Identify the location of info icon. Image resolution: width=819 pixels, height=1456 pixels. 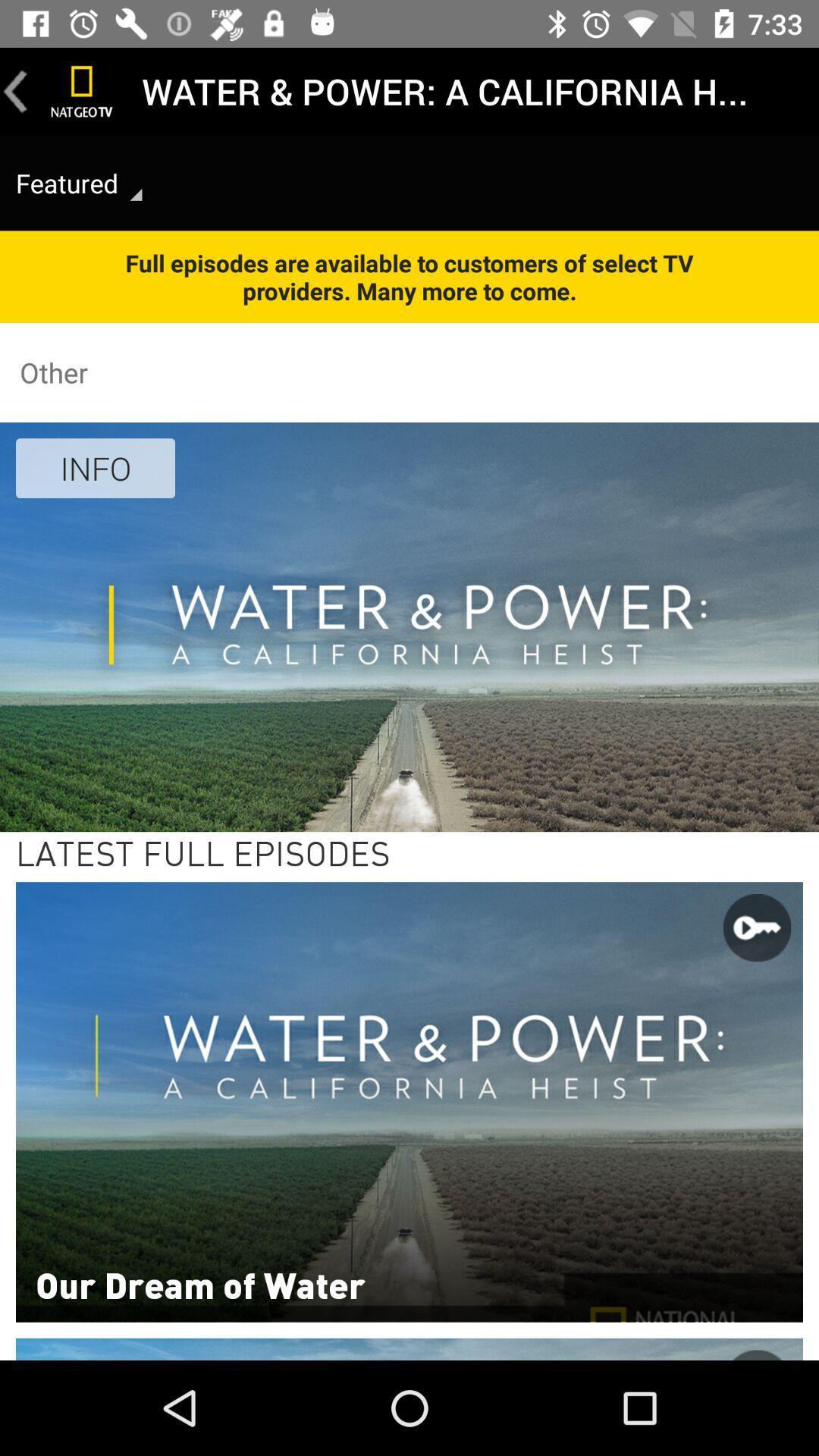
(96, 467).